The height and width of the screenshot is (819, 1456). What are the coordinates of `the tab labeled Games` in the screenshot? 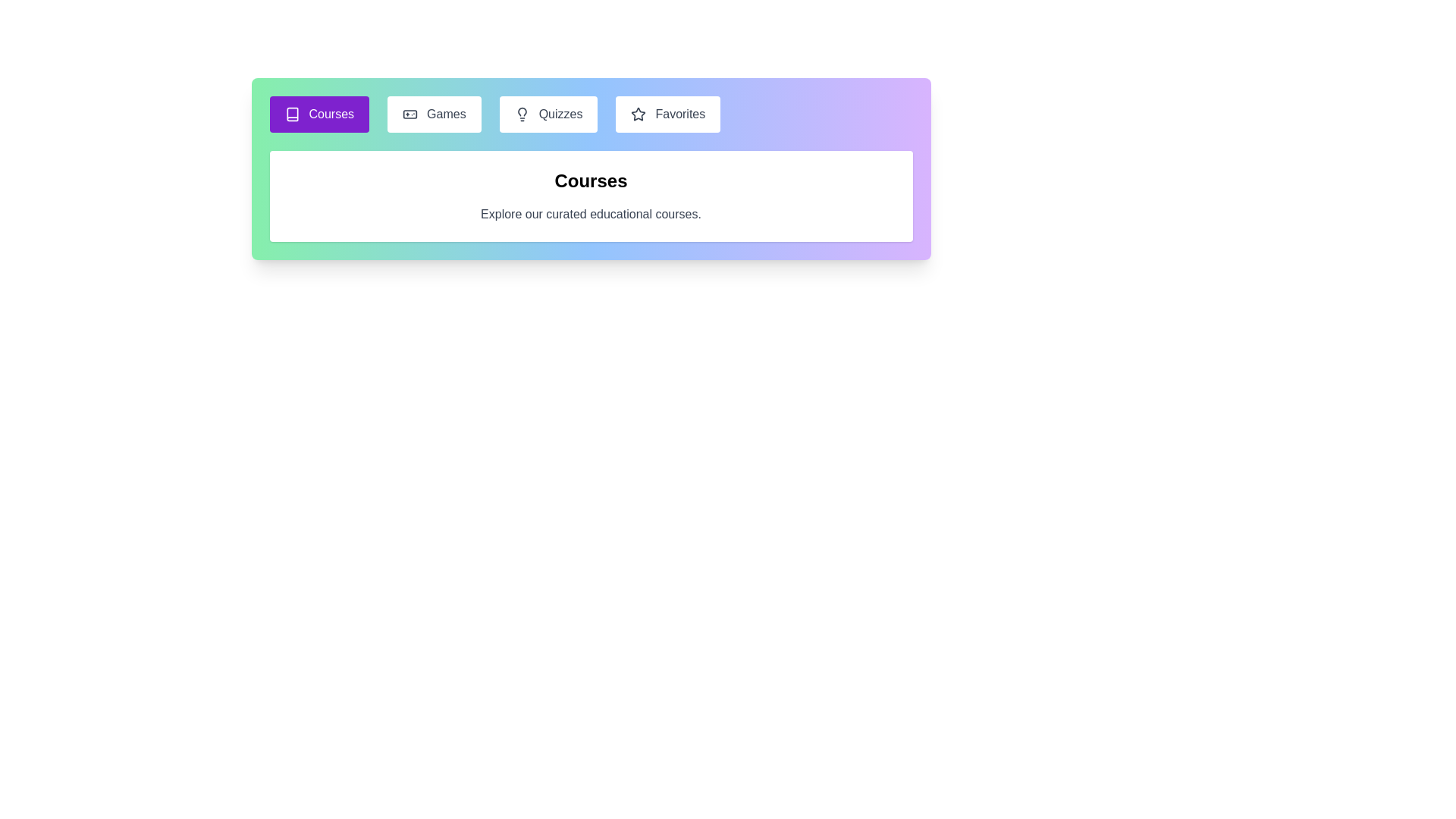 It's located at (432, 113).